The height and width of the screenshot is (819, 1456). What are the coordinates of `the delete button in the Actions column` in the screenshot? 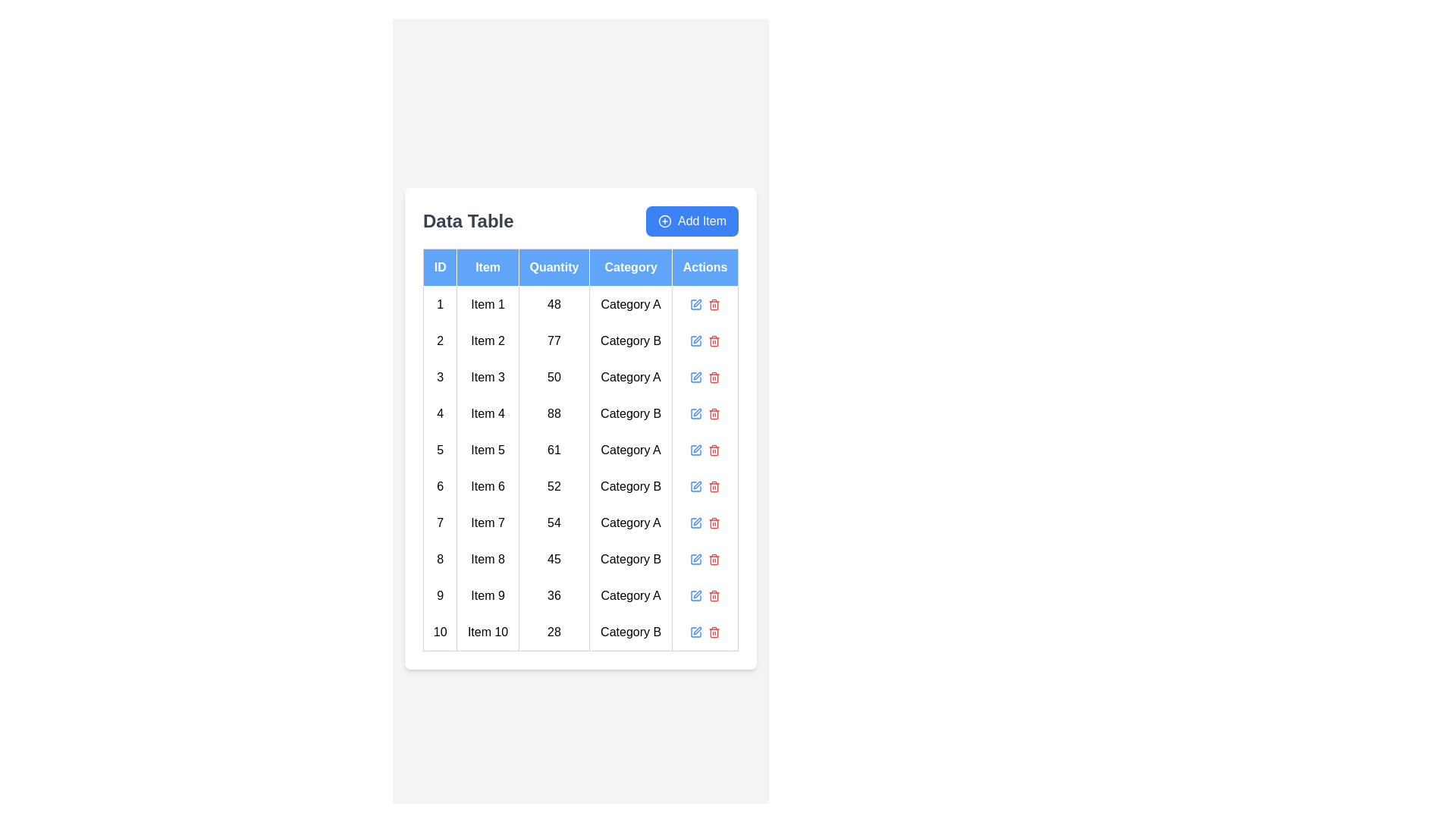 It's located at (704, 340).